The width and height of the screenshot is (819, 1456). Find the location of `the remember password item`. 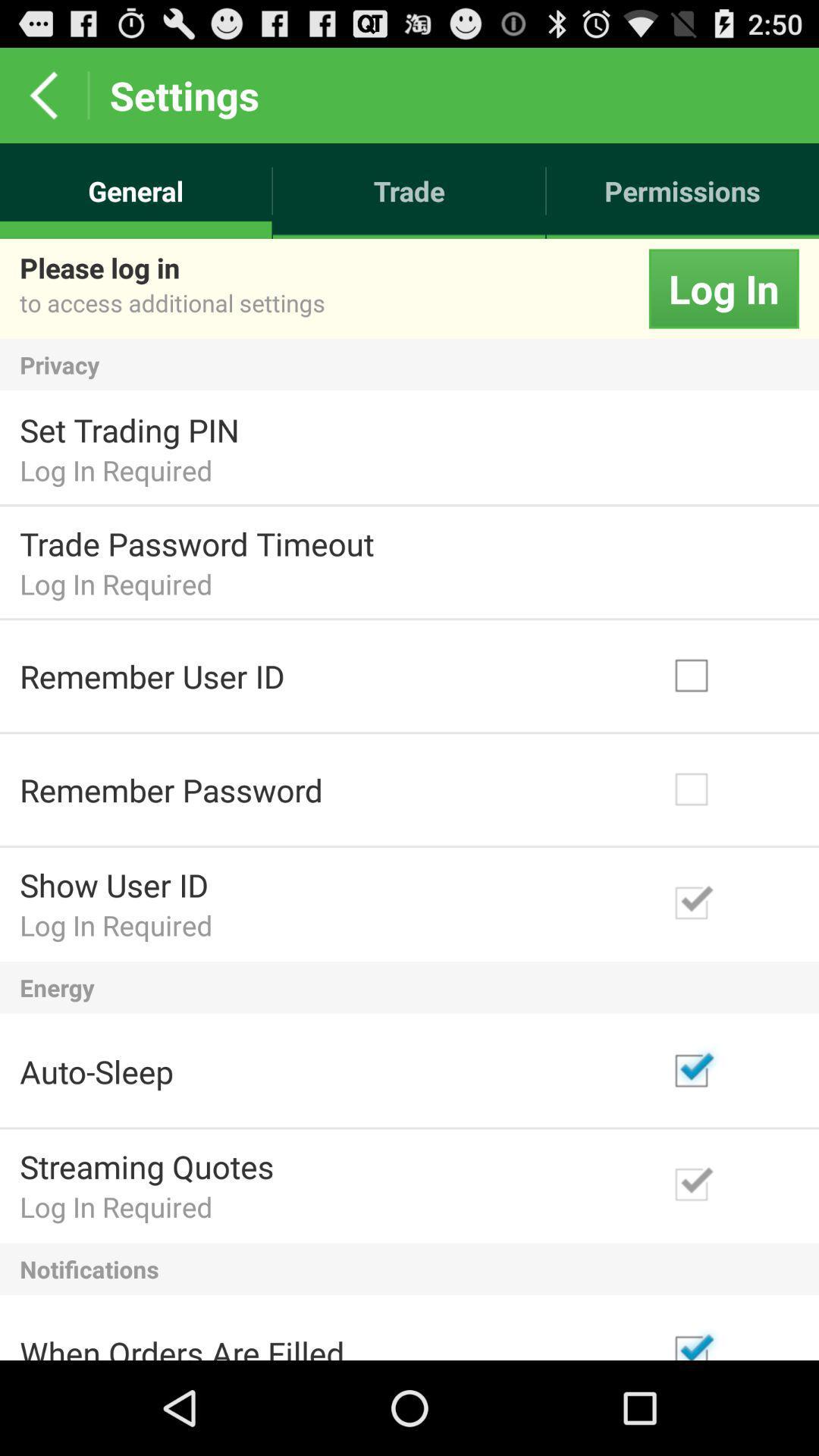

the remember password item is located at coordinates (171, 789).